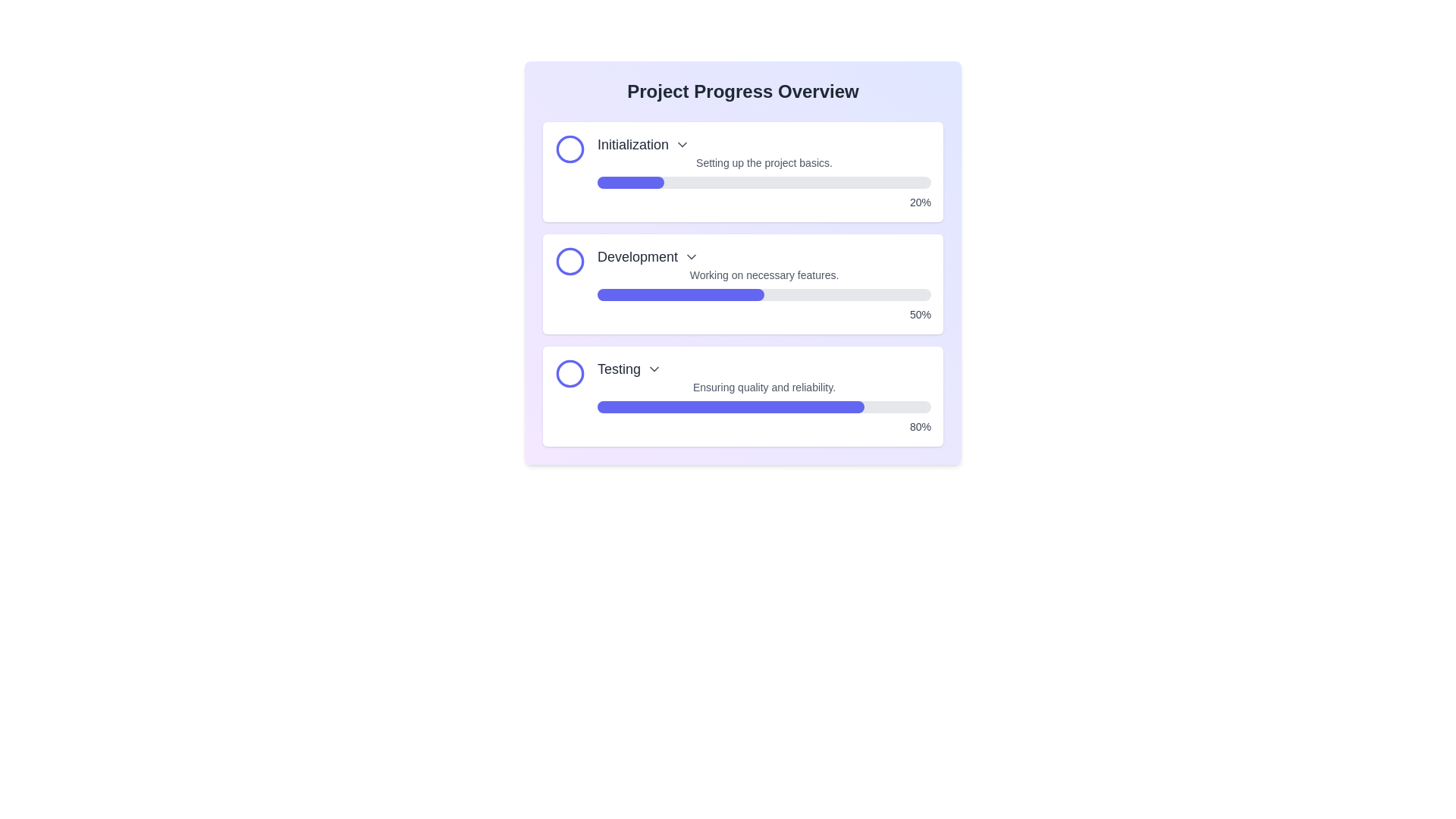 The height and width of the screenshot is (819, 1456). Describe the element at coordinates (570, 260) in the screenshot. I see `the Circular progress indicator icon that indicates the 'Development' phase in the user interface` at that location.